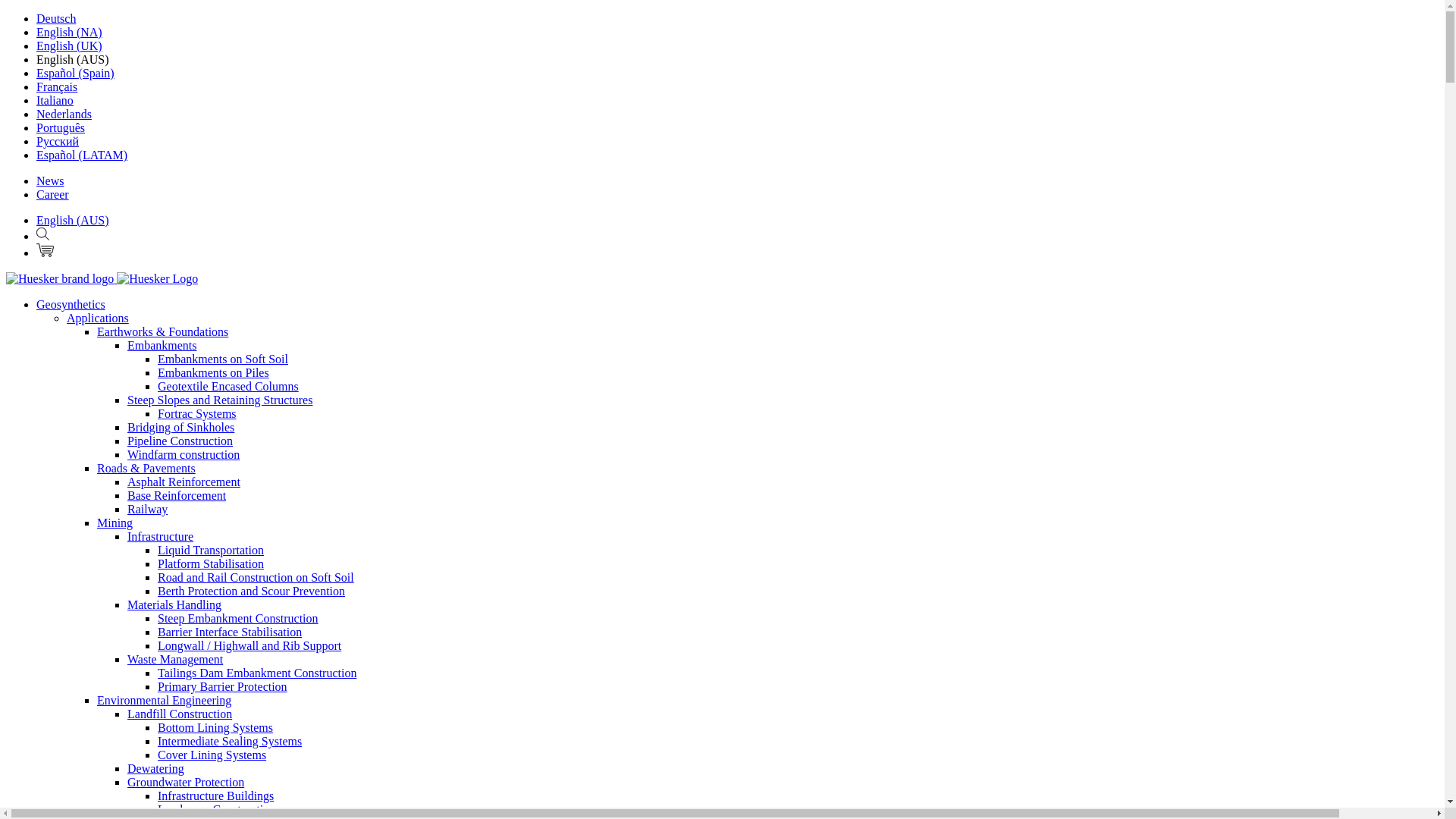 The image size is (1456, 819). What do you see at coordinates (215, 808) in the screenshot?
I see `'Landscape Construction'` at bounding box center [215, 808].